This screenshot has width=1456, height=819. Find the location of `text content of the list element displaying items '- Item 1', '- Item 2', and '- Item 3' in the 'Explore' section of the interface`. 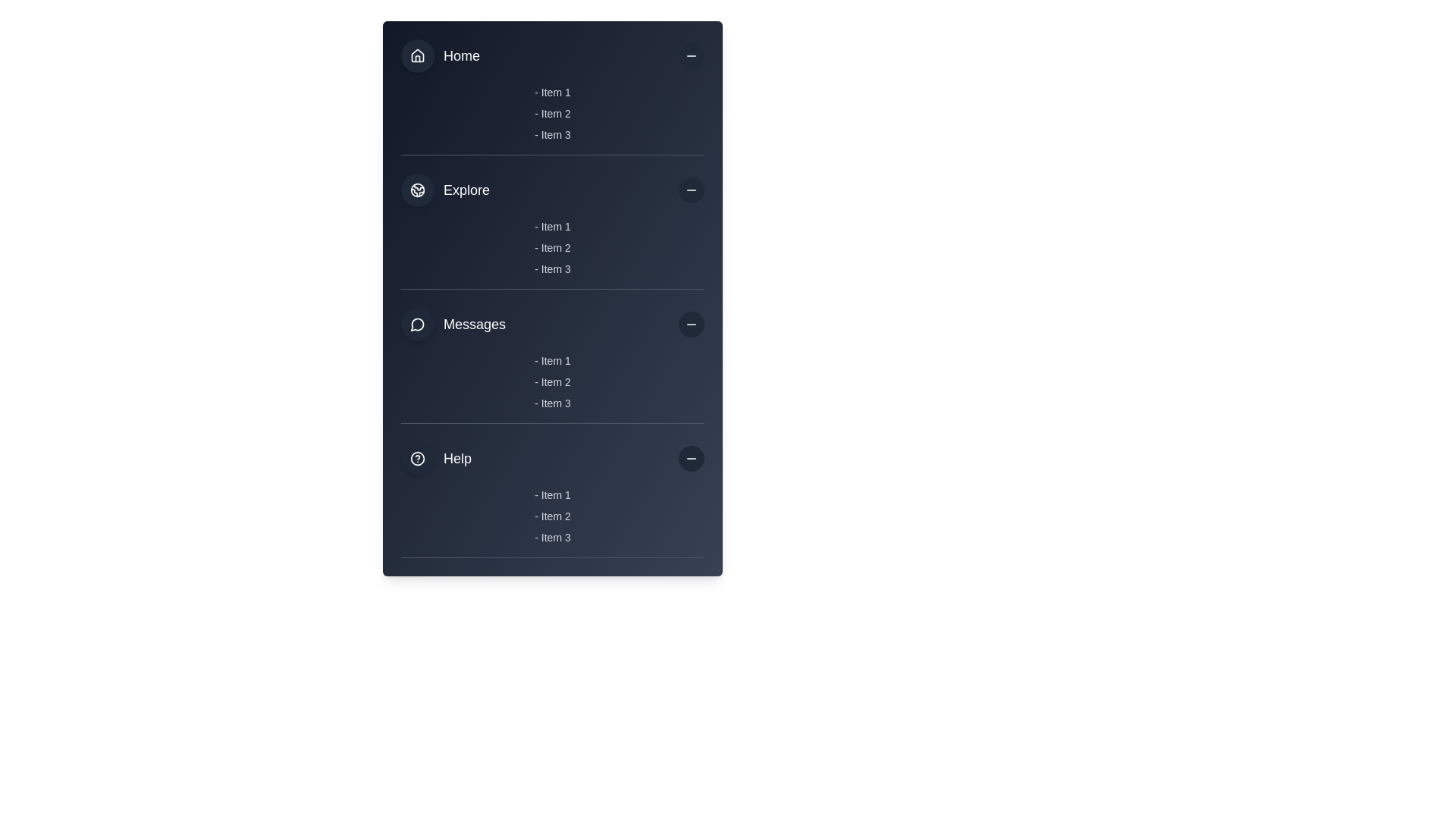

text content of the list element displaying items '- Item 1', '- Item 2', and '- Item 3' in the 'Explore' section of the interface is located at coordinates (552, 247).